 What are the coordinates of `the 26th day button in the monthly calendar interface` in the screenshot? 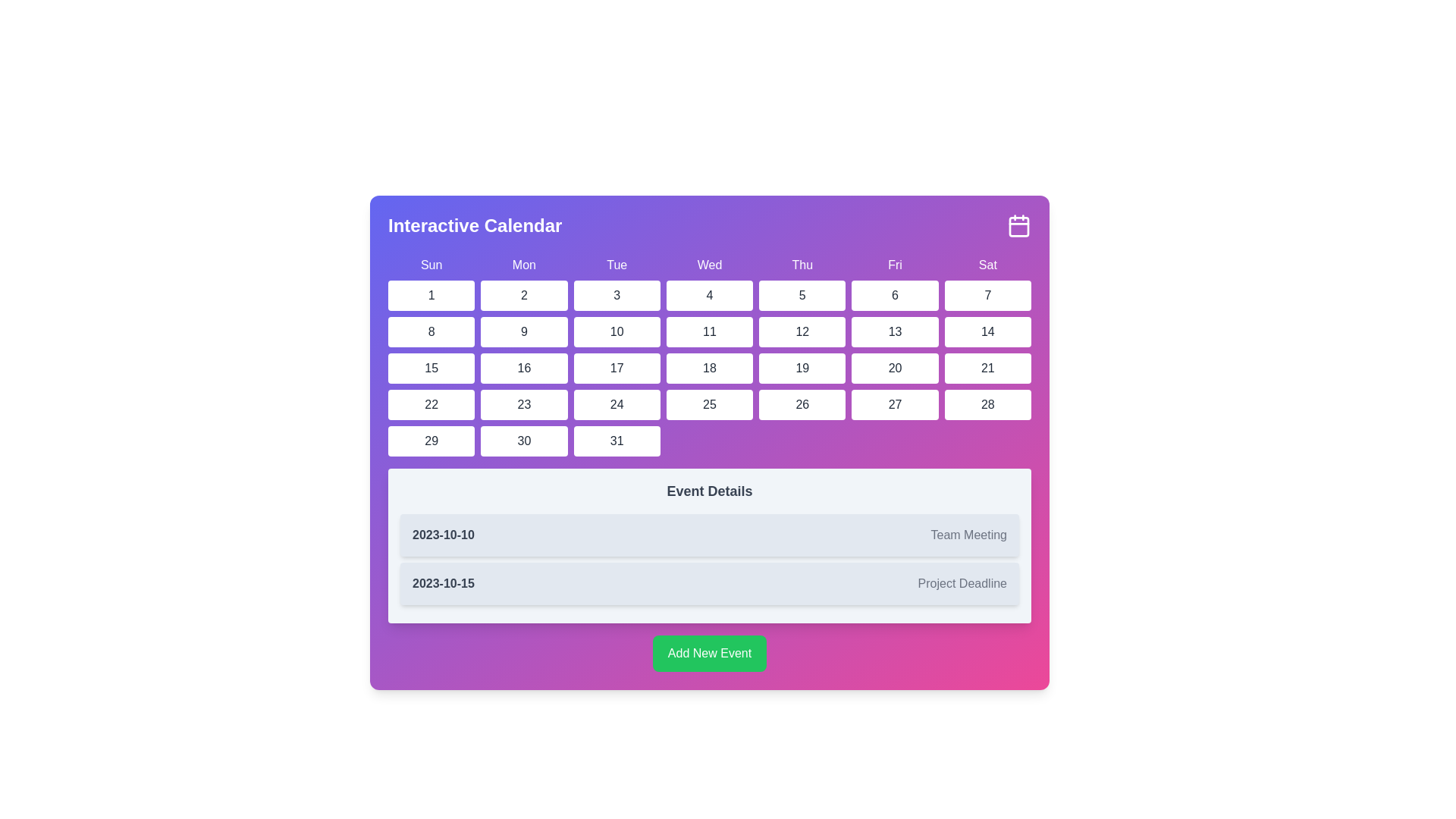 It's located at (802, 403).